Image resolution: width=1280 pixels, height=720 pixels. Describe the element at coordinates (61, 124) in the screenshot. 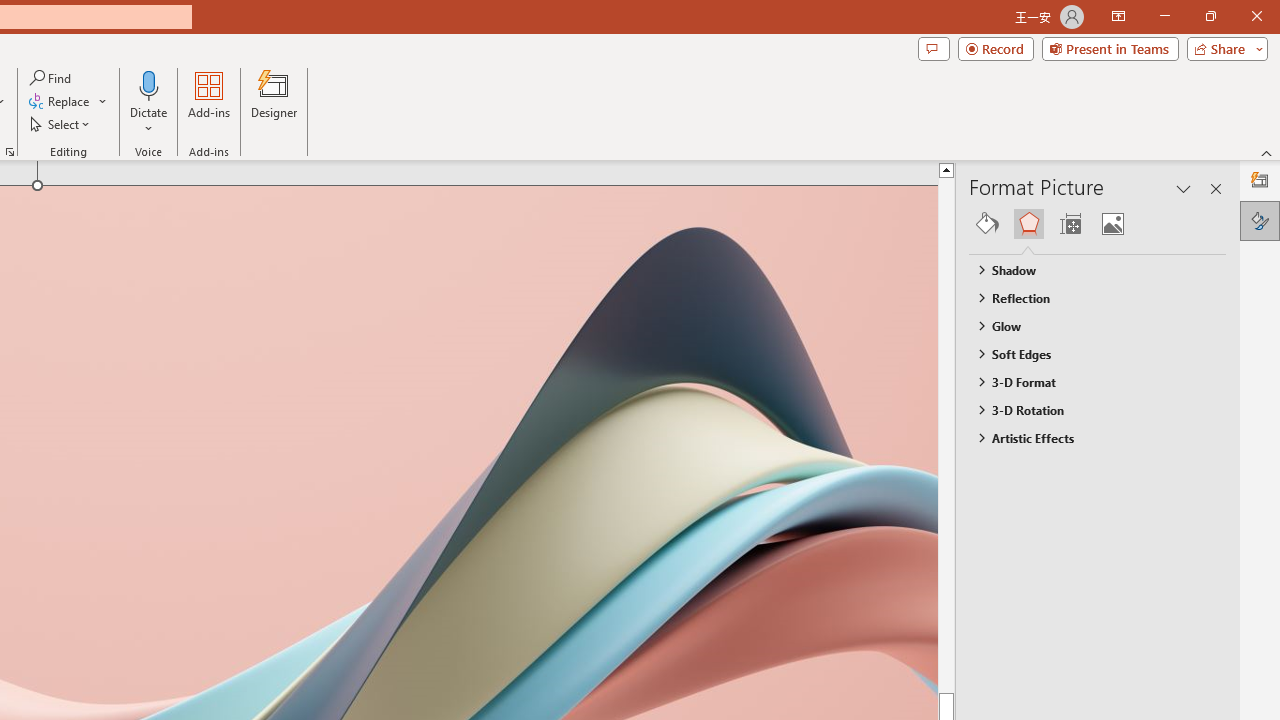

I see `'Select'` at that location.